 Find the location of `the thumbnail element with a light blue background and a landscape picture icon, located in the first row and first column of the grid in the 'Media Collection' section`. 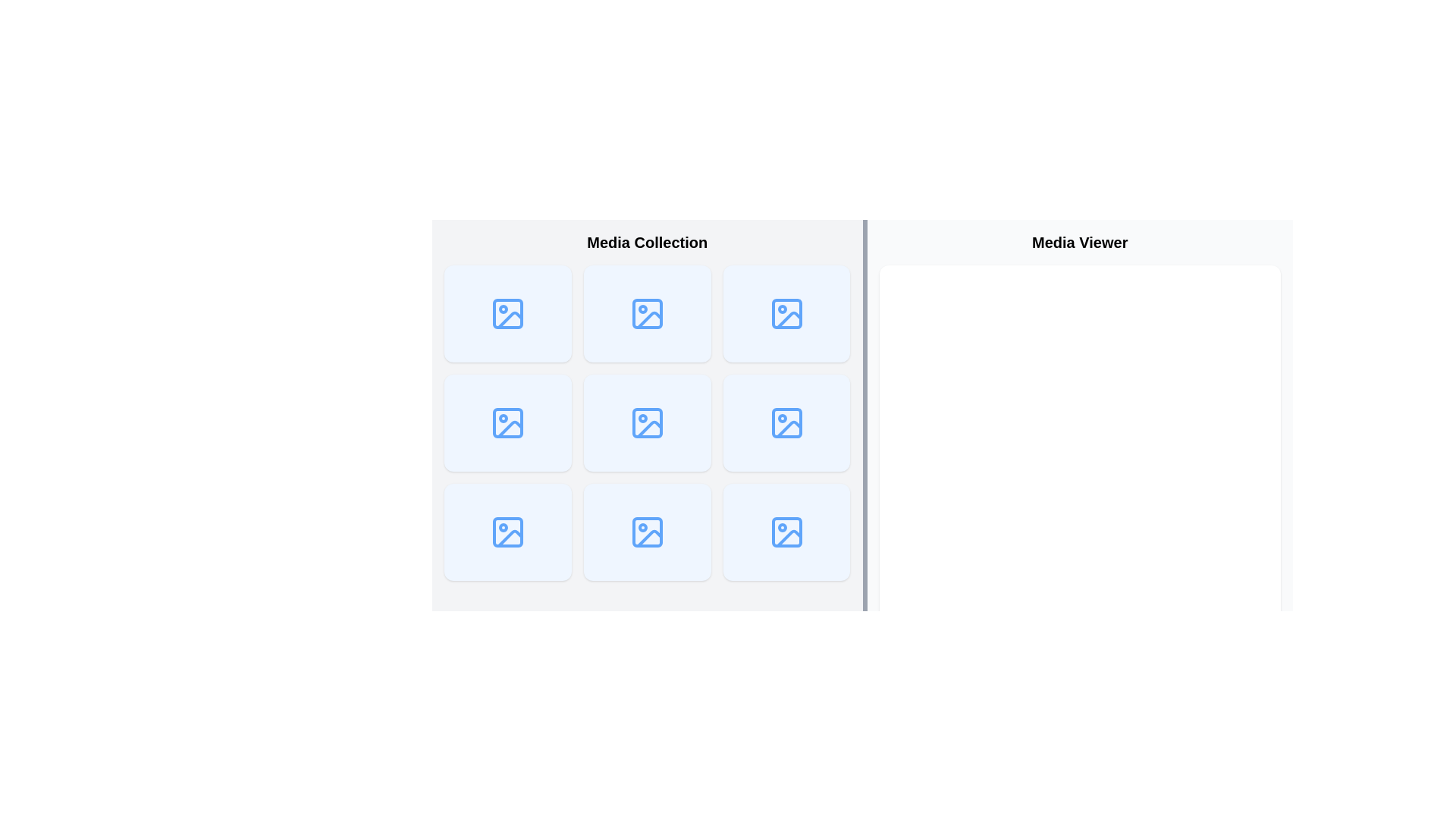

the thumbnail element with a light blue background and a landscape picture icon, located in the first row and first column of the grid in the 'Media Collection' section is located at coordinates (507, 312).